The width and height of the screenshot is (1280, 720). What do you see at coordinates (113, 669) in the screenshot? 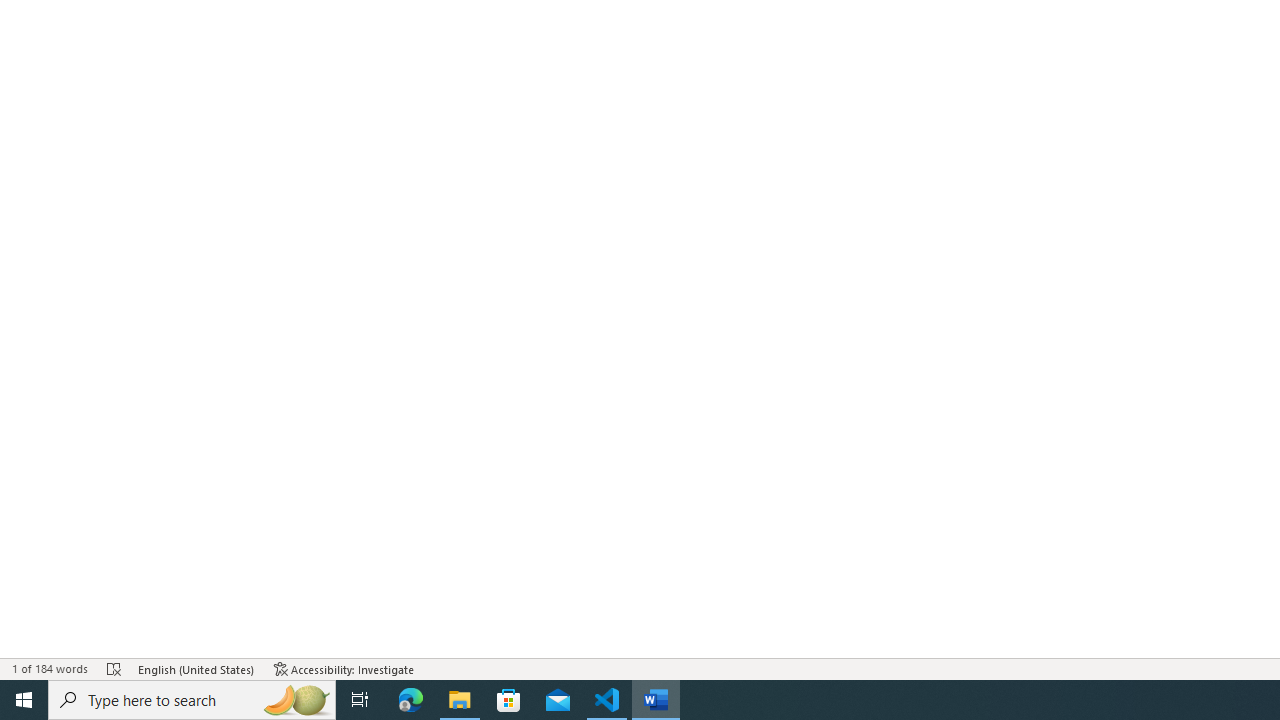
I see `'Spelling and Grammar Check Errors'` at bounding box center [113, 669].